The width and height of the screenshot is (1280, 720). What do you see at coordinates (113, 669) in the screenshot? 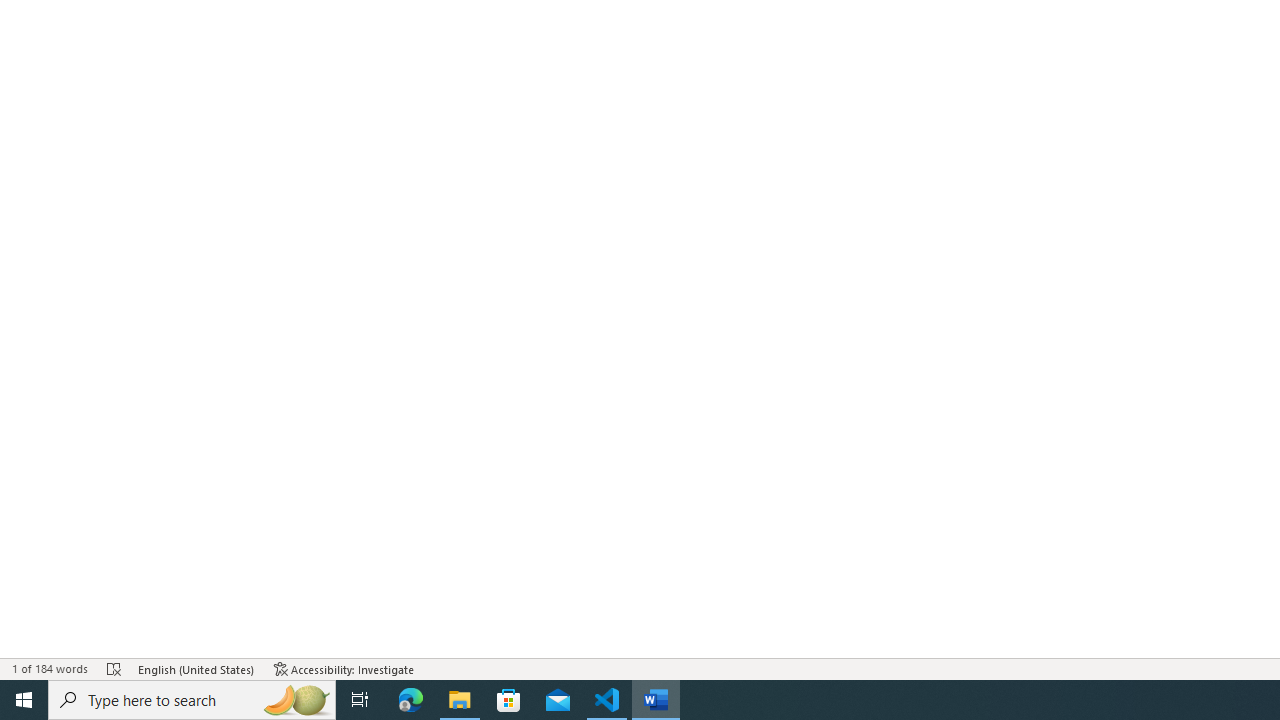
I see `'Spelling and Grammar Check Errors'` at bounding box center [113, 669].